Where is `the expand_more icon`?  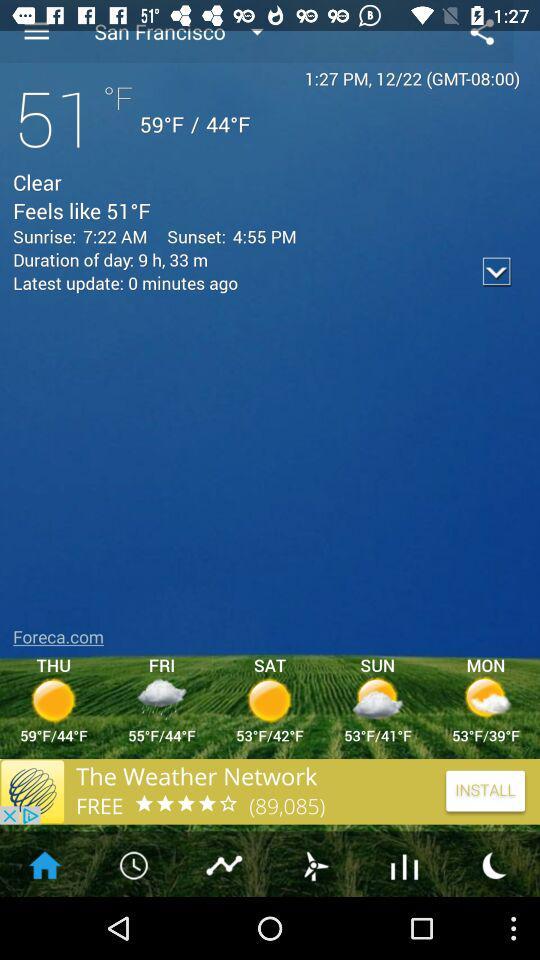 the expand_more icon is located at coordinates (496, 289).